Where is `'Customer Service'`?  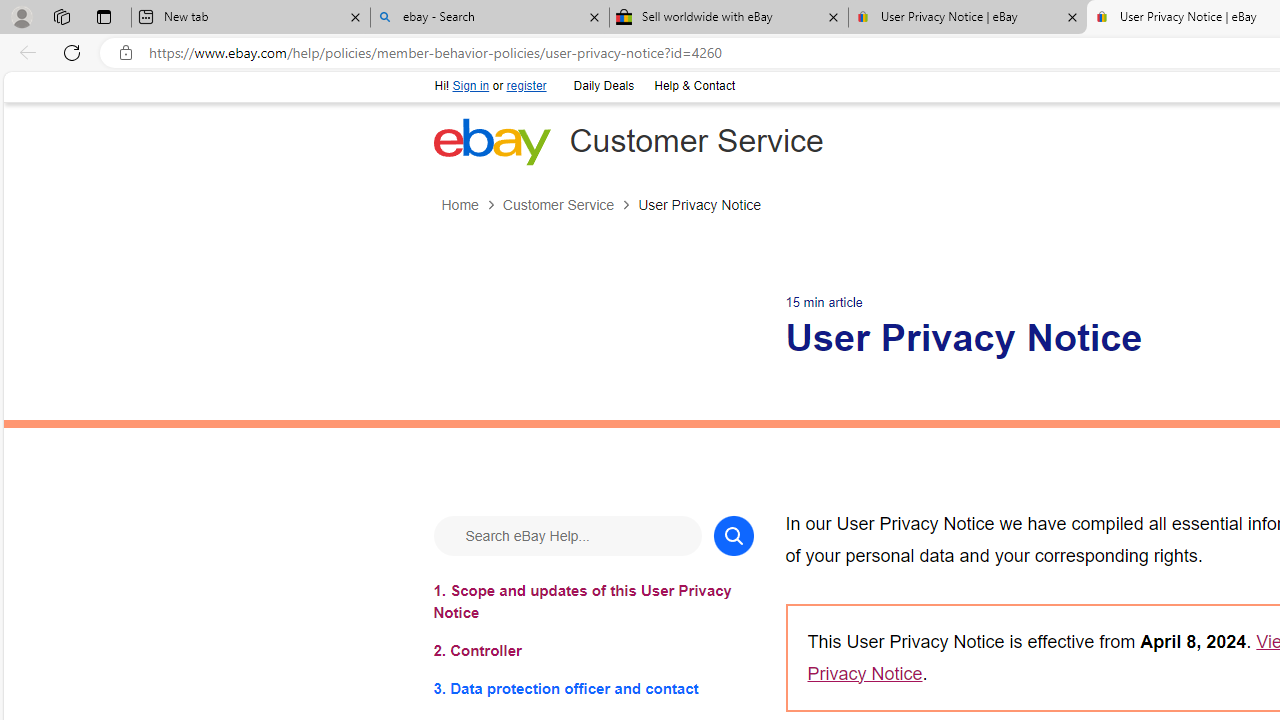
'Customer Service' is located at coordinates (558, 205).